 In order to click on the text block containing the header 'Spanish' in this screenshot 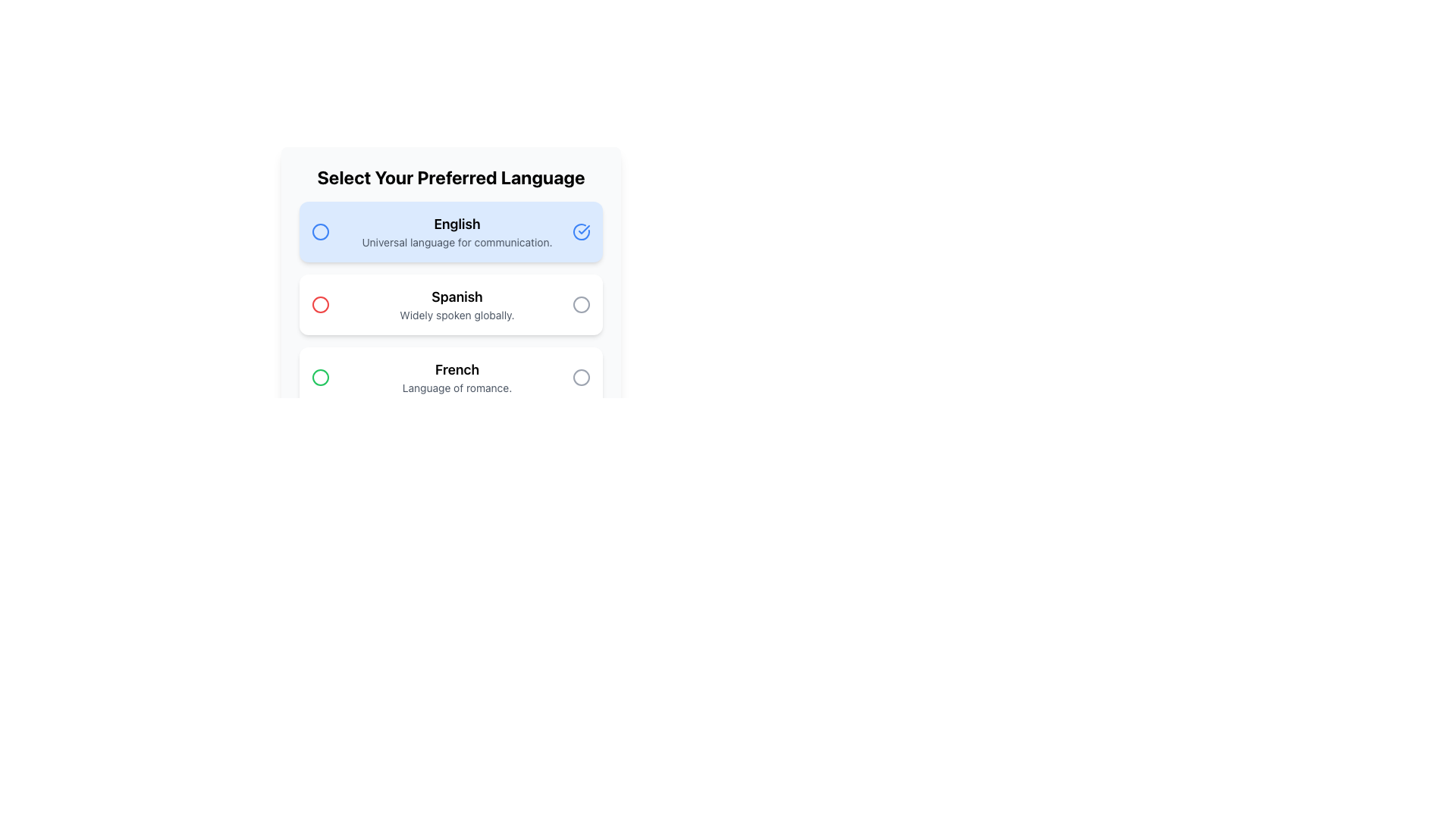, I will do `click(457, 304)`.